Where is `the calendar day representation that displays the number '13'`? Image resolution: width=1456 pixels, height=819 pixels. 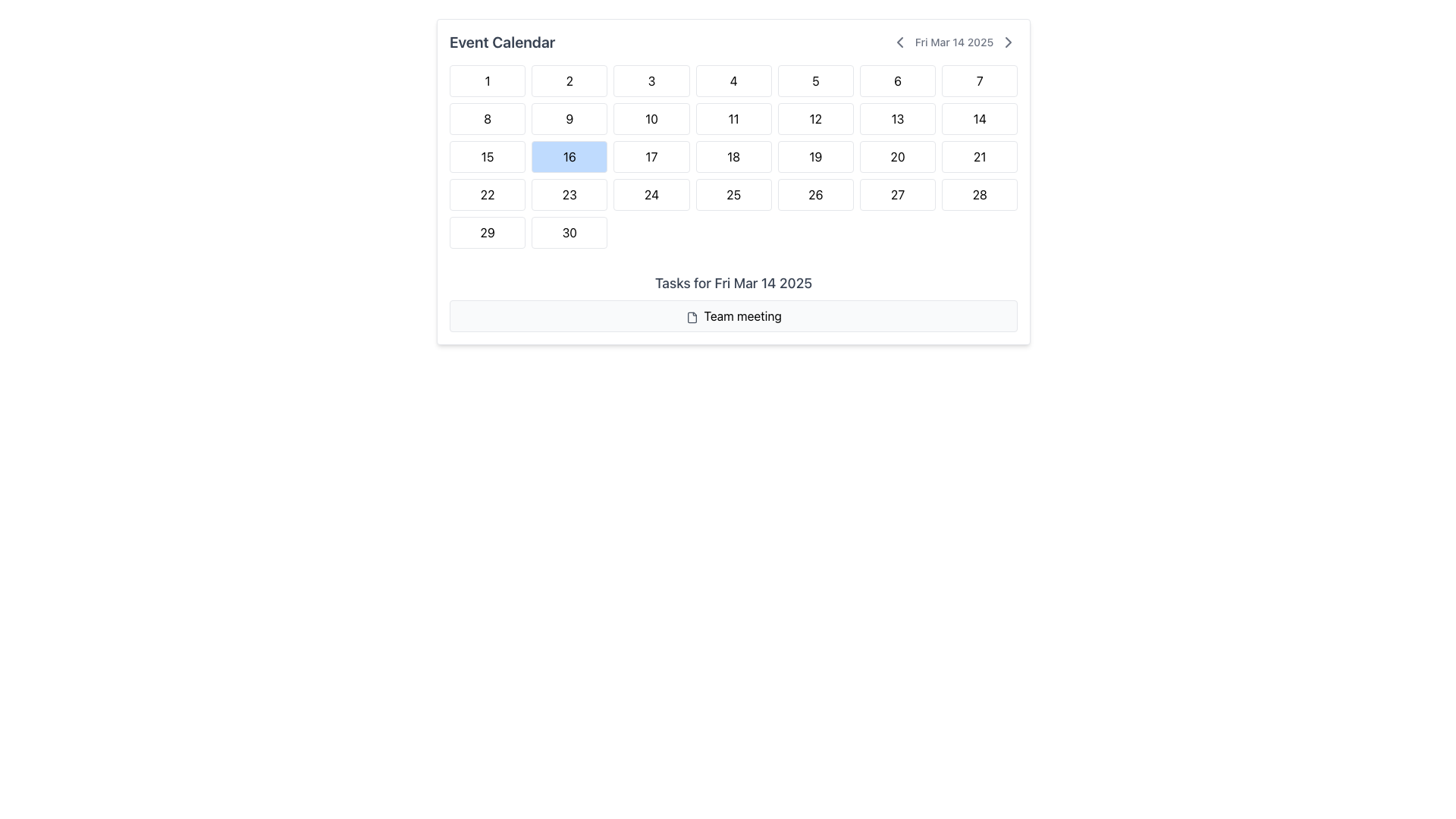
the calendar day representation that displays the number '13' is located at coordinates (898, 118).